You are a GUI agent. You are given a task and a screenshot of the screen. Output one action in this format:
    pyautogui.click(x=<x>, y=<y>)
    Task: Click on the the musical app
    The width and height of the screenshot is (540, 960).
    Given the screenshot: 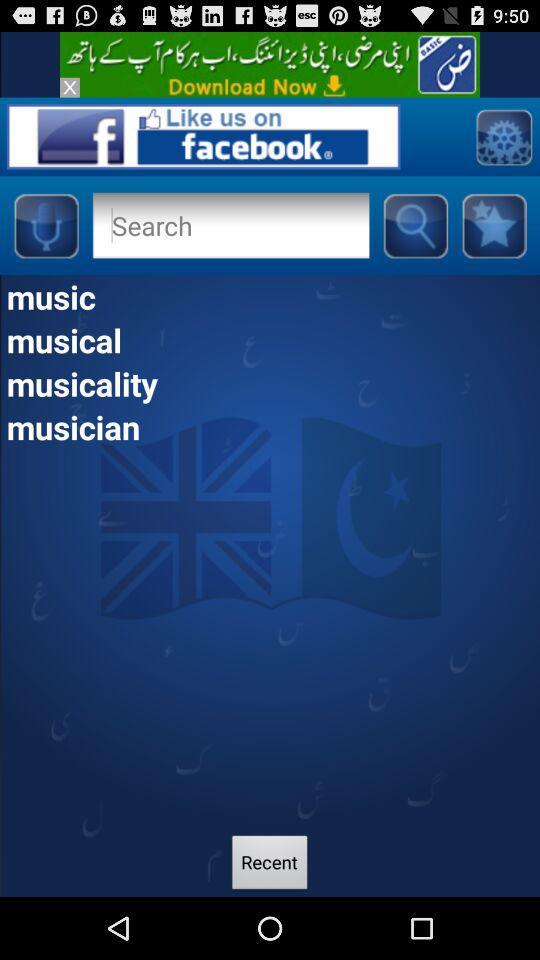 What is the action you would take?
    pyautogui.click(x=270, y=339)
    